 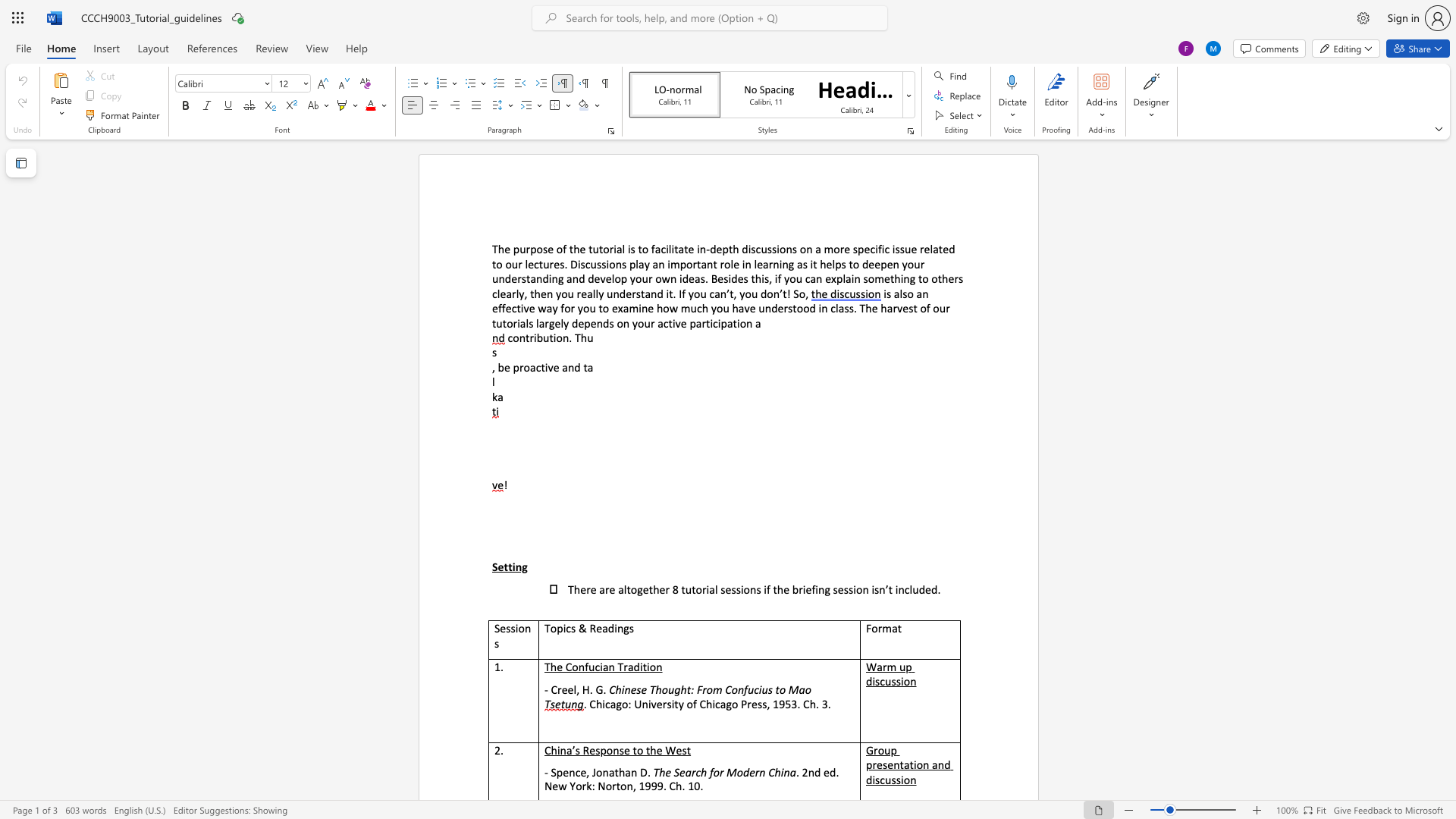 I want to click on the 5th character "r" in the text, so click(x=515, y=322).